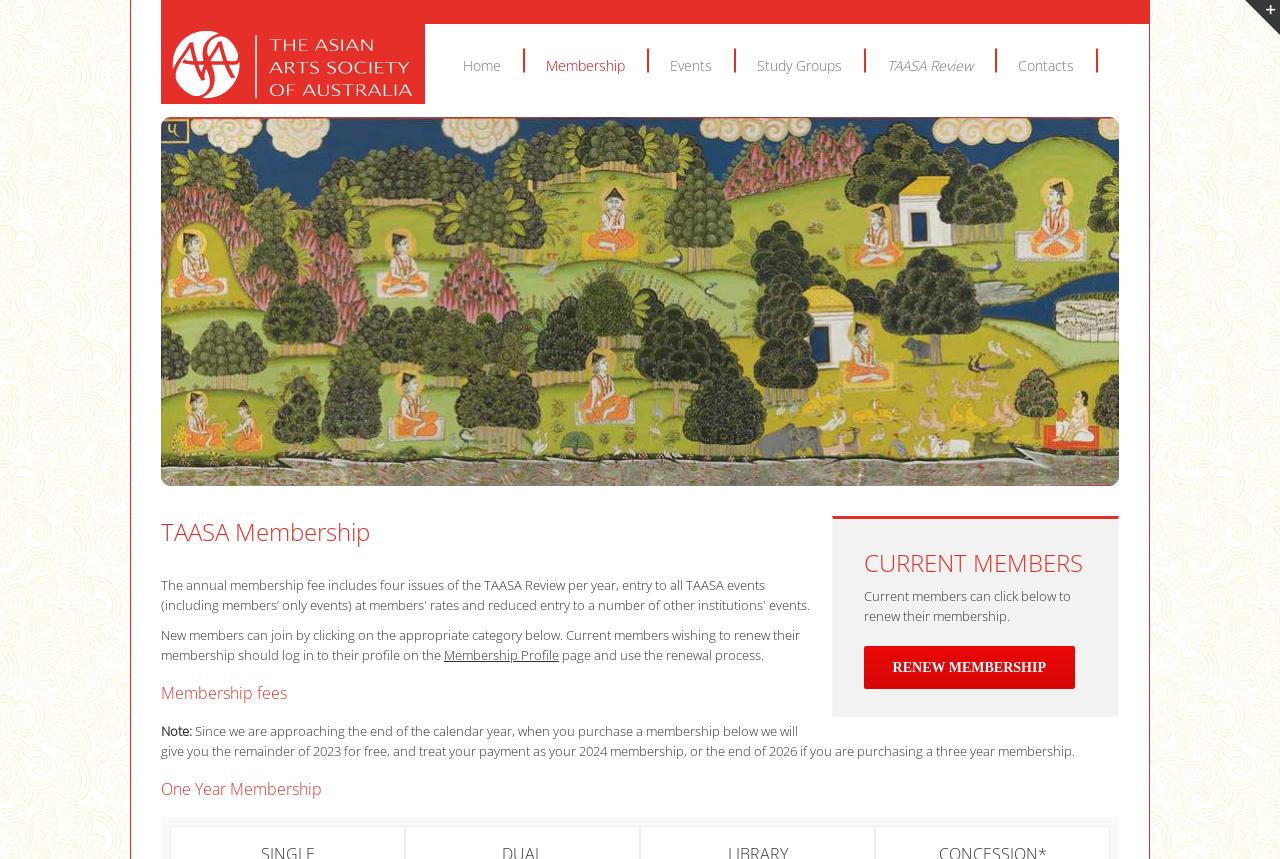  What do you see at coordinates (264, 530) in the screenshot?
I see `'TAASA Membership'` at bounding box center [264, 530].